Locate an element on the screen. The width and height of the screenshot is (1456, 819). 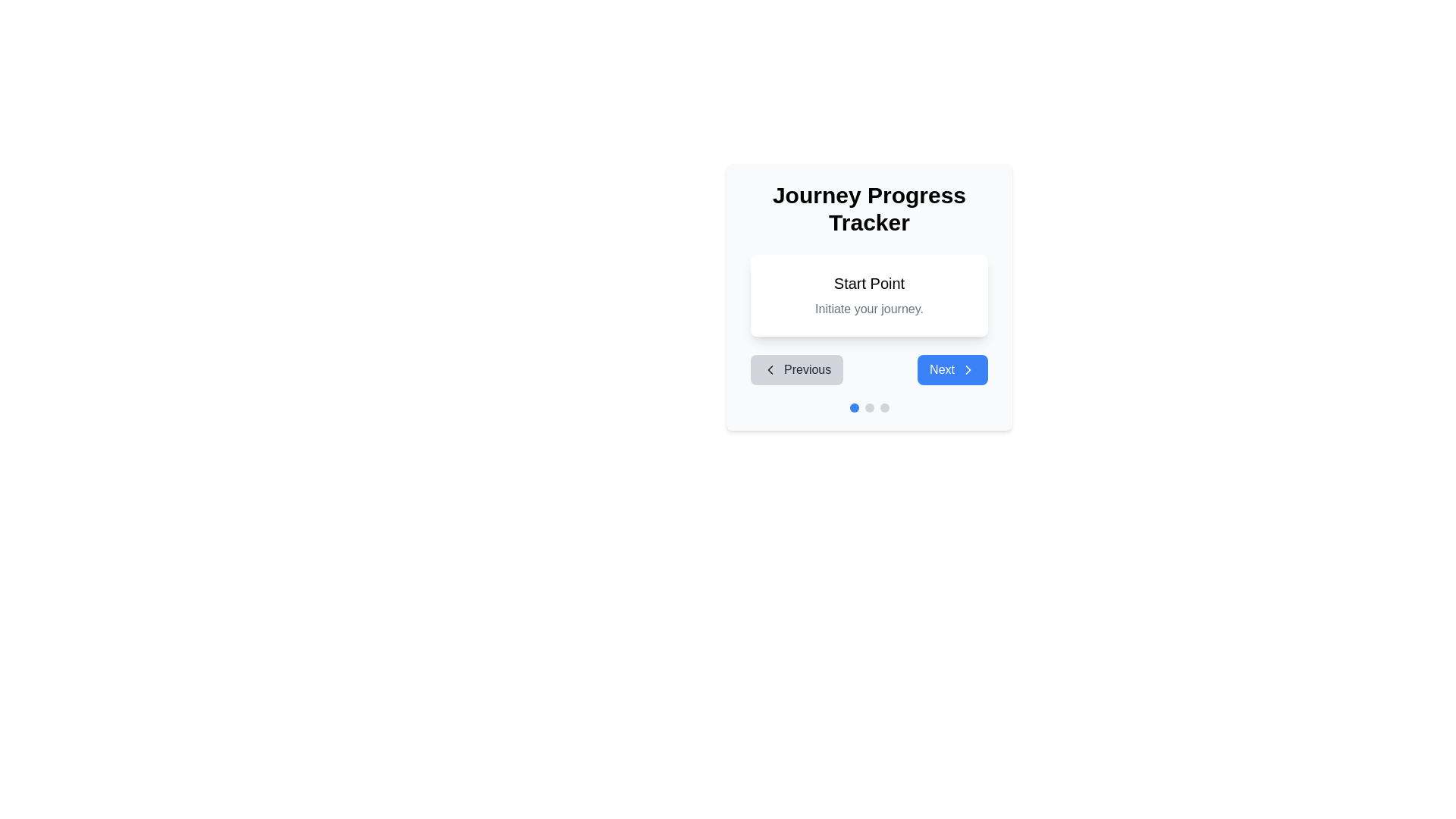
the second dot of the progress indicator, which is in an inactive state, located centrally beneath the 'Previous' and 'Next' buttons is located at coordinates (869, 406).